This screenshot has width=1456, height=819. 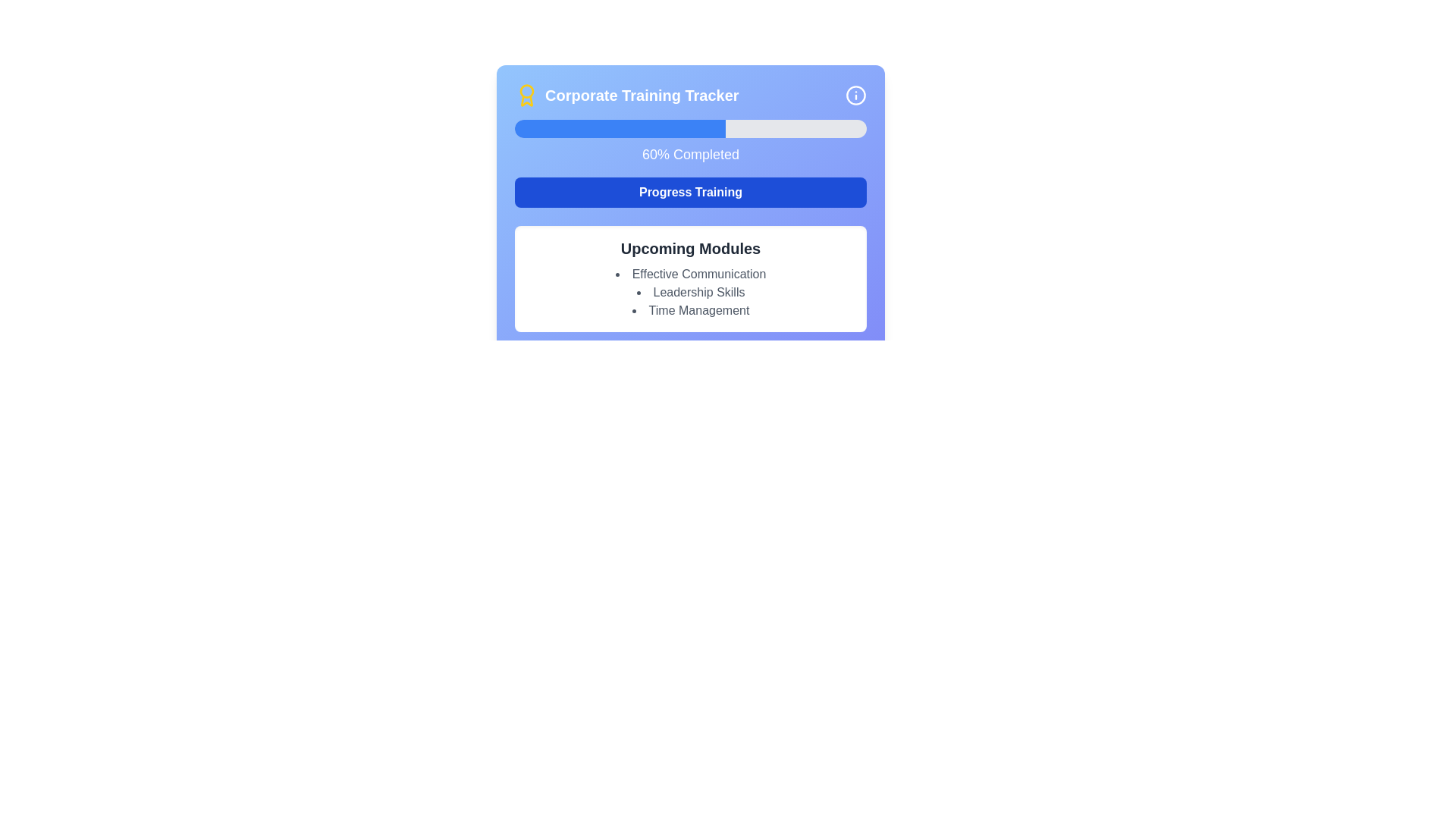 What do you see at coordinates (690, 275) in the screenshot?
I see `the text label displaying 'Effective Communication'` at bounding box center [690, 275].